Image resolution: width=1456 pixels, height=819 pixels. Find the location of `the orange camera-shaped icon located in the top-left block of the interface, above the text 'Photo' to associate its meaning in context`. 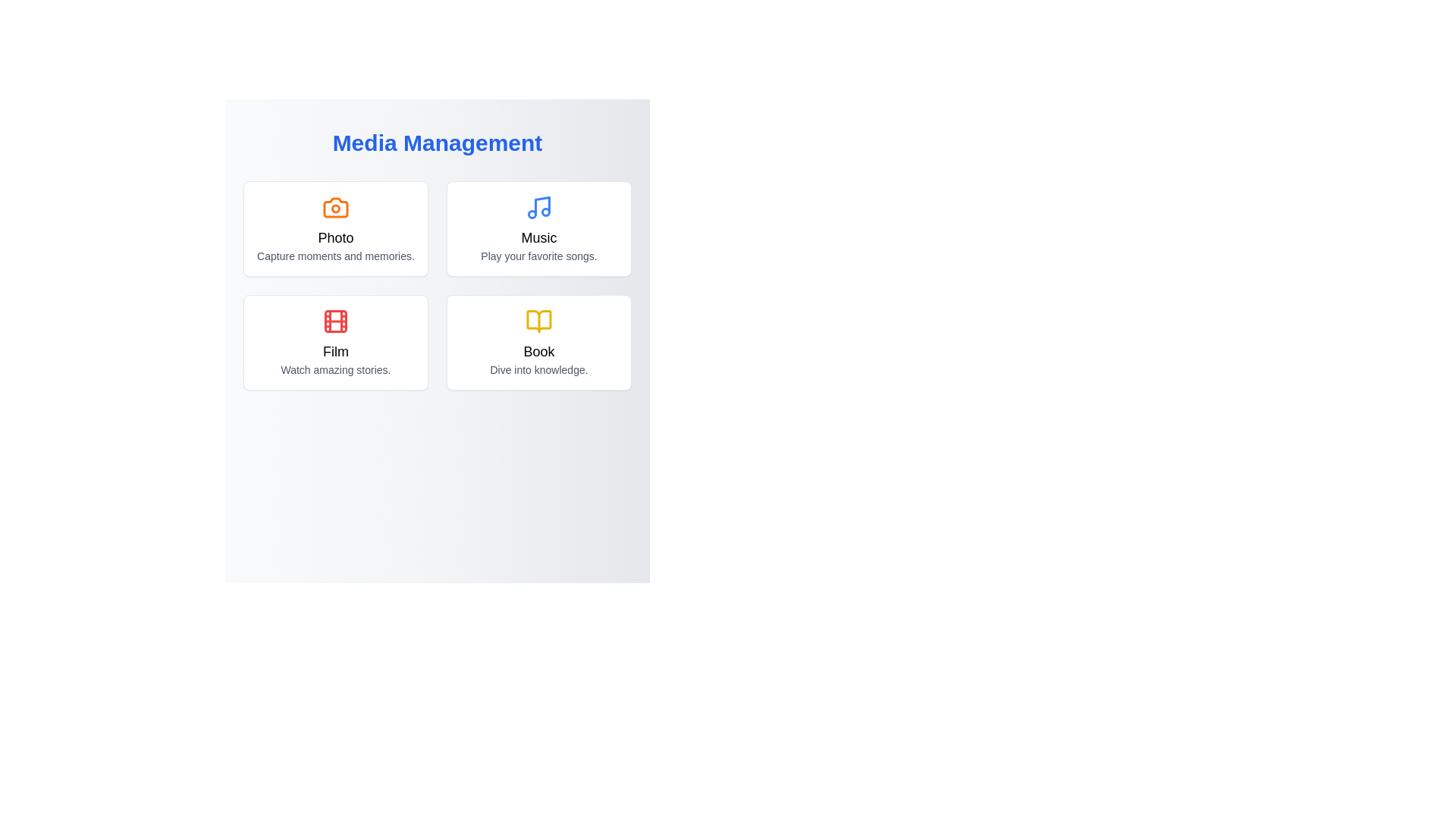

the orange camera-shaped icon located in the top-left block of the interface, above the text 'Photo' to associate its meaning in context is located at coordinates (334, 207).